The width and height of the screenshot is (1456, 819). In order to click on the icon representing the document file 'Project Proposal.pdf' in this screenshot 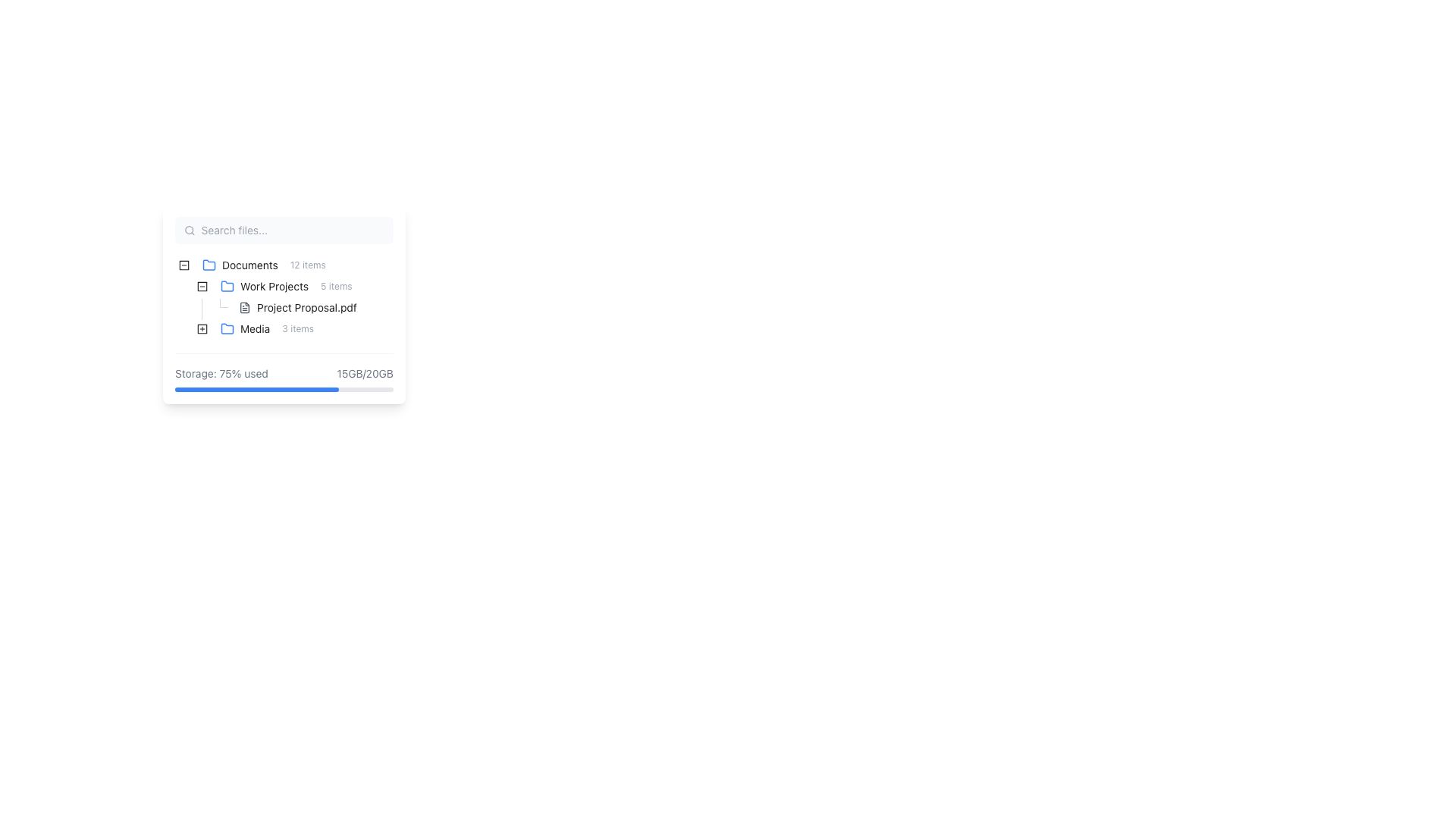, I will do `click(244, 307)`.